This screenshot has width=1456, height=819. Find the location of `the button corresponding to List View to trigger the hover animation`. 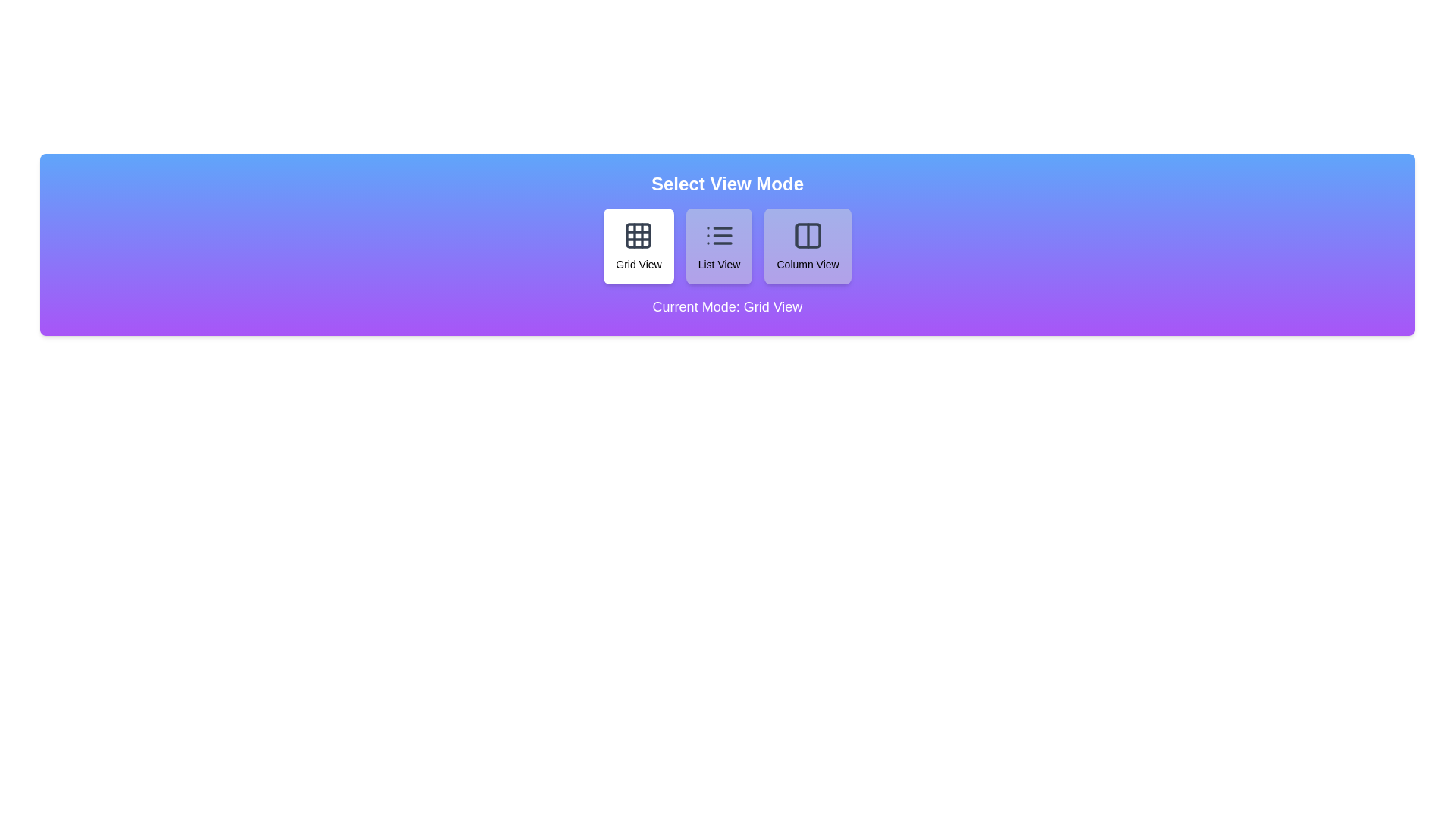

the button corresponding to List View to trigger the hover animation is located at coordinates (718, 245).